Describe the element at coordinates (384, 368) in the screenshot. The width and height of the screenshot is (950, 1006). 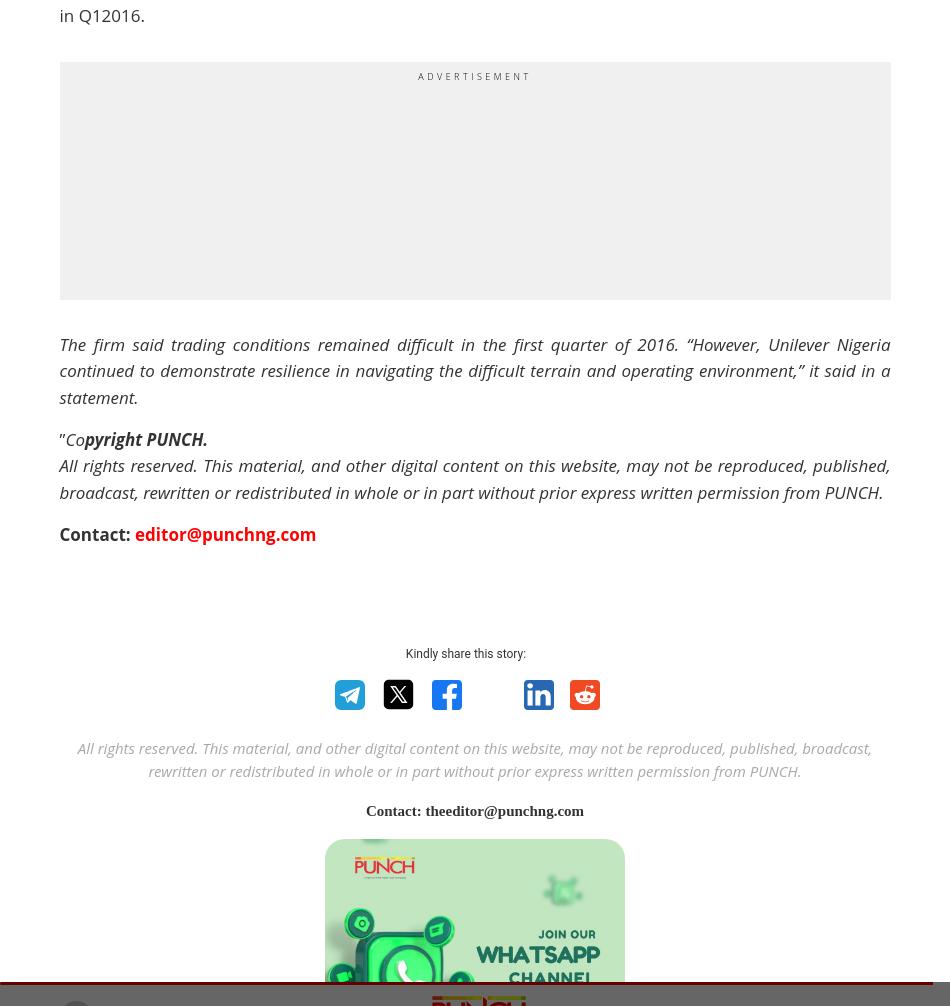
I see `'Barrier Breakers'` at that location.